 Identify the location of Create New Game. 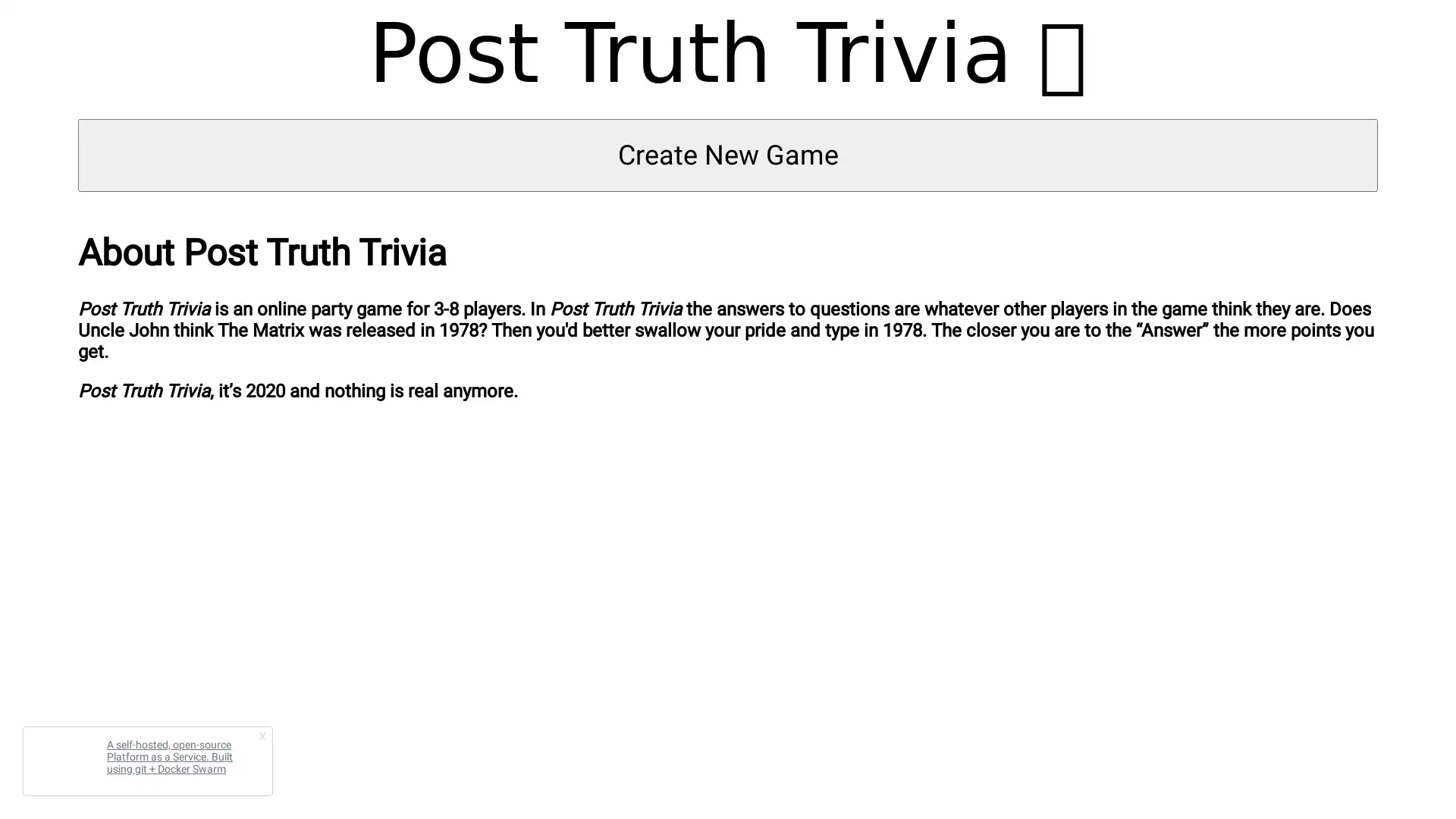
(726, 155).